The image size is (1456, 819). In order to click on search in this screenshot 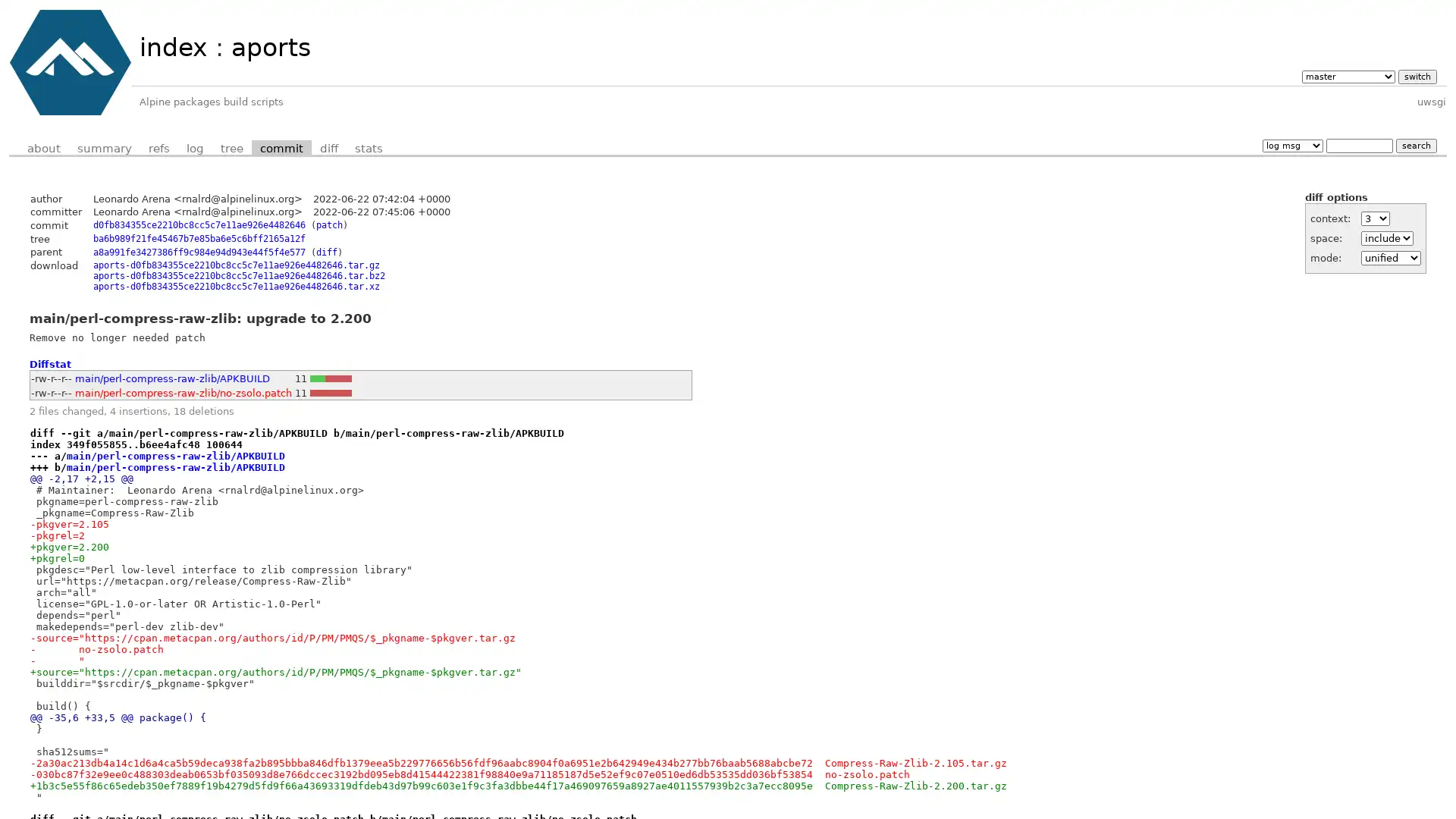, I will do `click(1415, 145)`.